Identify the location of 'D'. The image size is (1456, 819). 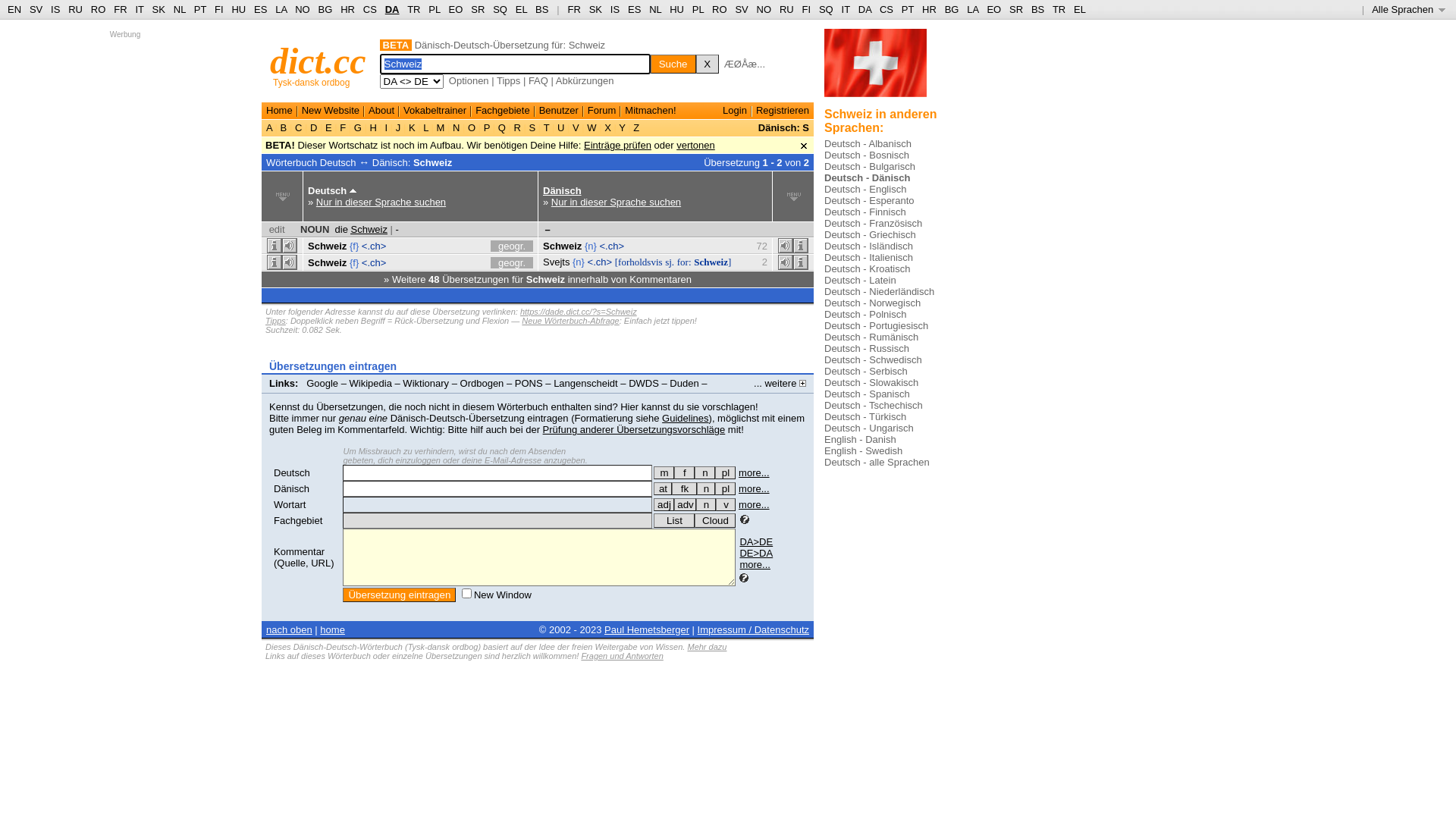
(312, 127).